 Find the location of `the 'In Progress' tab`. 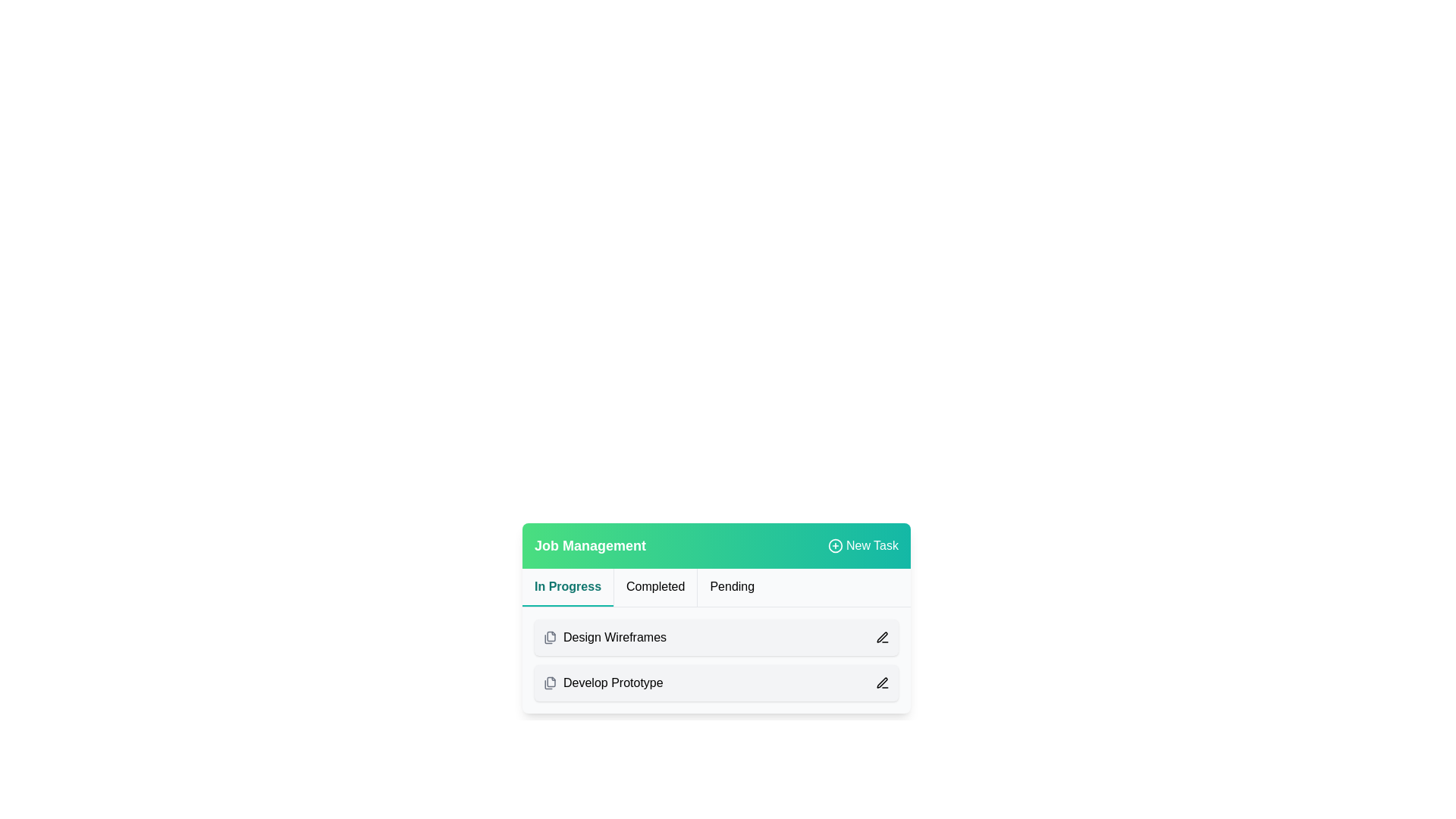

the 'In Progress' tab is located at coordinates (566, 587).